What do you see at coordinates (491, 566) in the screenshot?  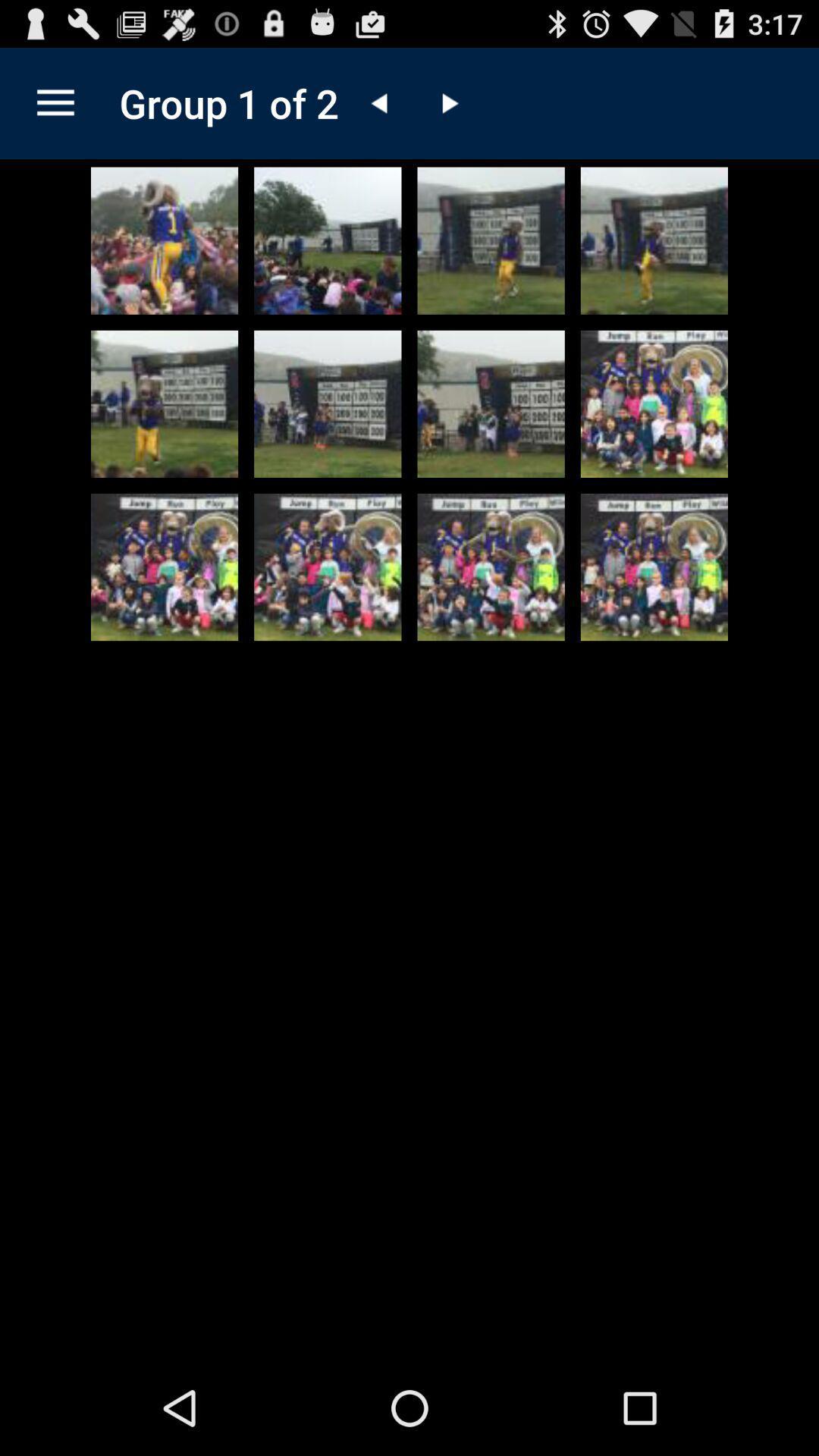 I see `photo` at bounding box center [491, 566].